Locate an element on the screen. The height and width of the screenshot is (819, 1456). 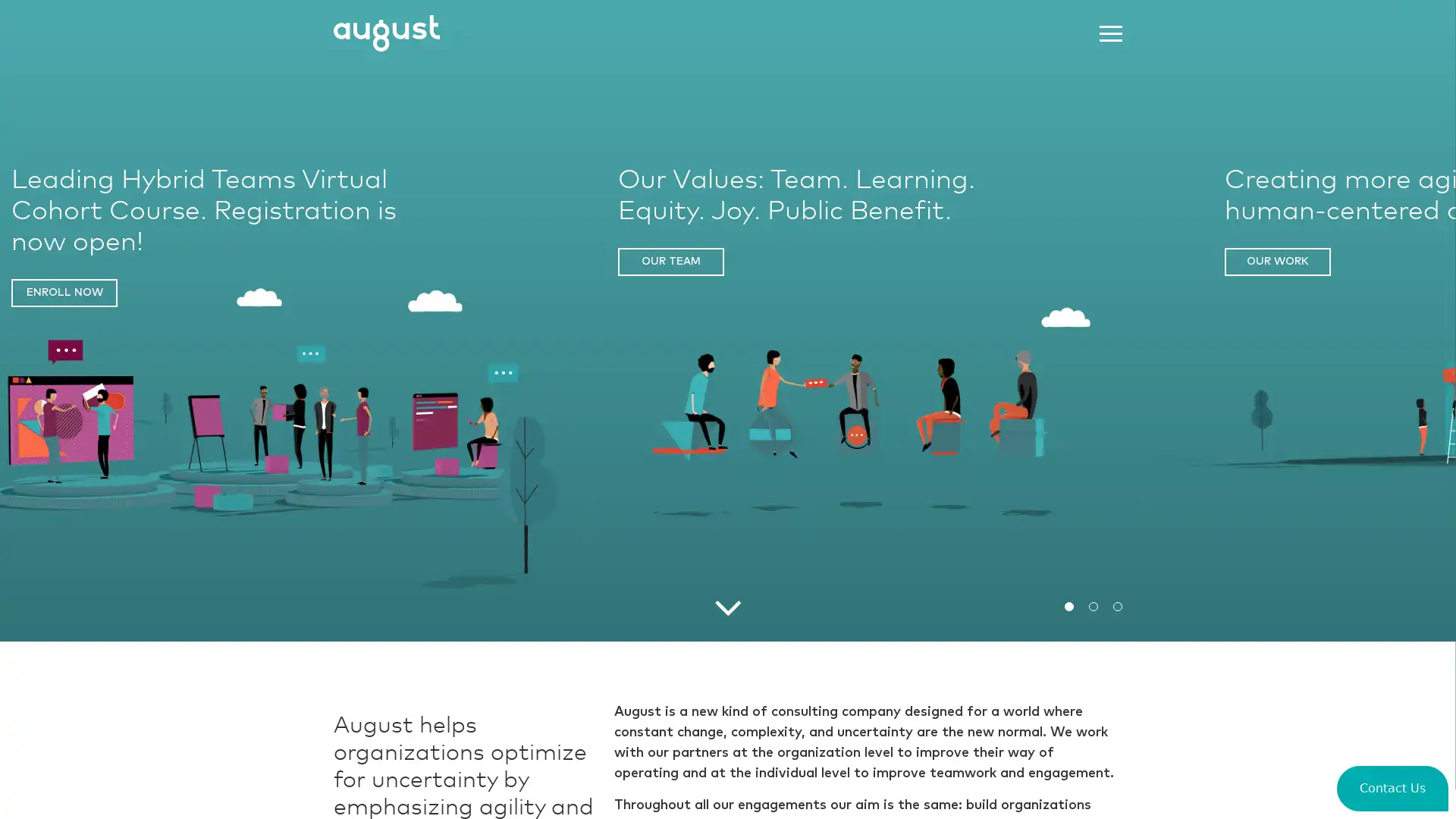
Menu is located at coordinates (1110, 33).